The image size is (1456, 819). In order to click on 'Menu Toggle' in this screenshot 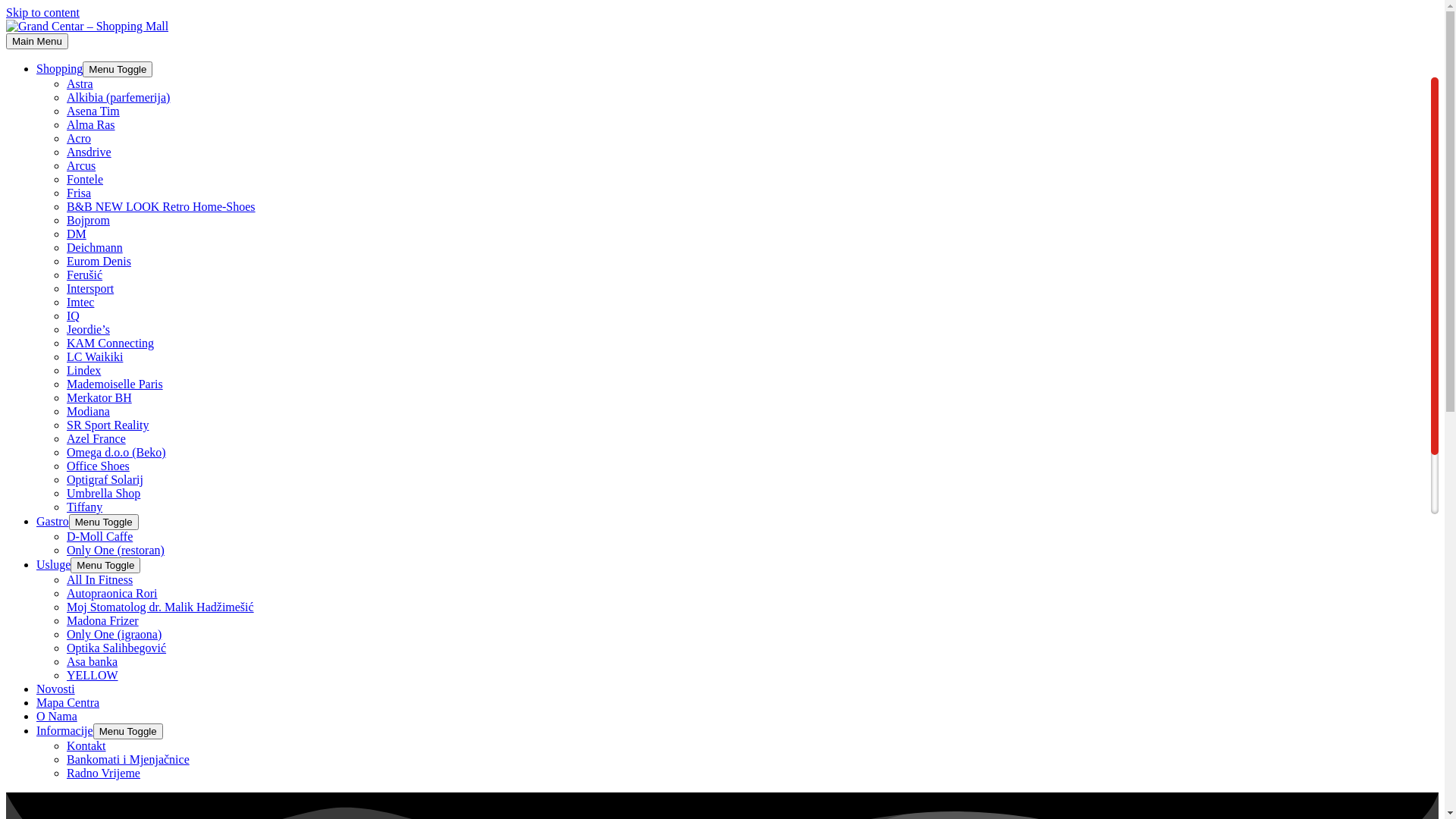, I will do `click(116, 69)`.